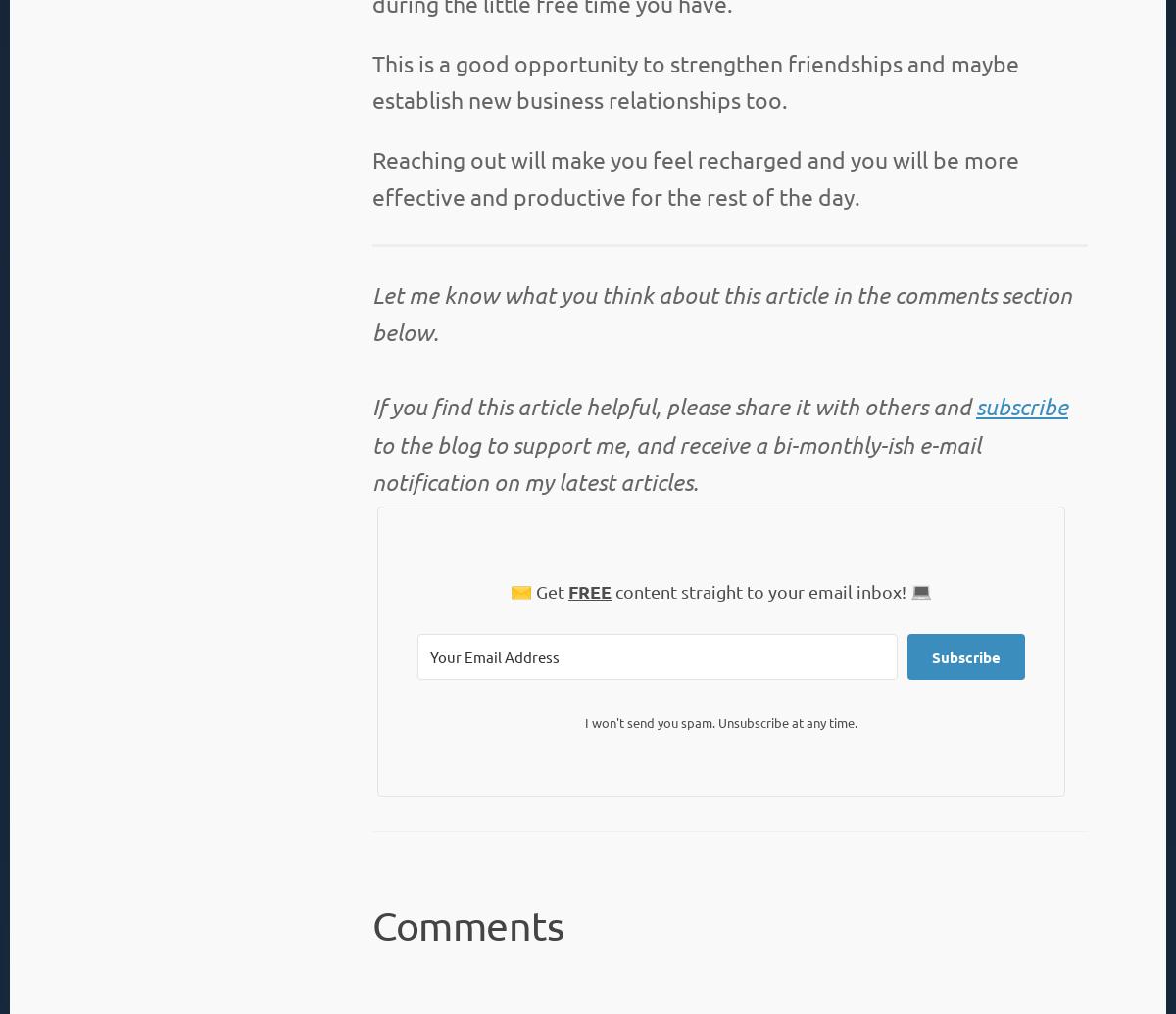  What do you see at coordinates (612, 589) in the screenshot?
I see `'content straight to your email inbox! 💻'` at bounding box center [612, 589].